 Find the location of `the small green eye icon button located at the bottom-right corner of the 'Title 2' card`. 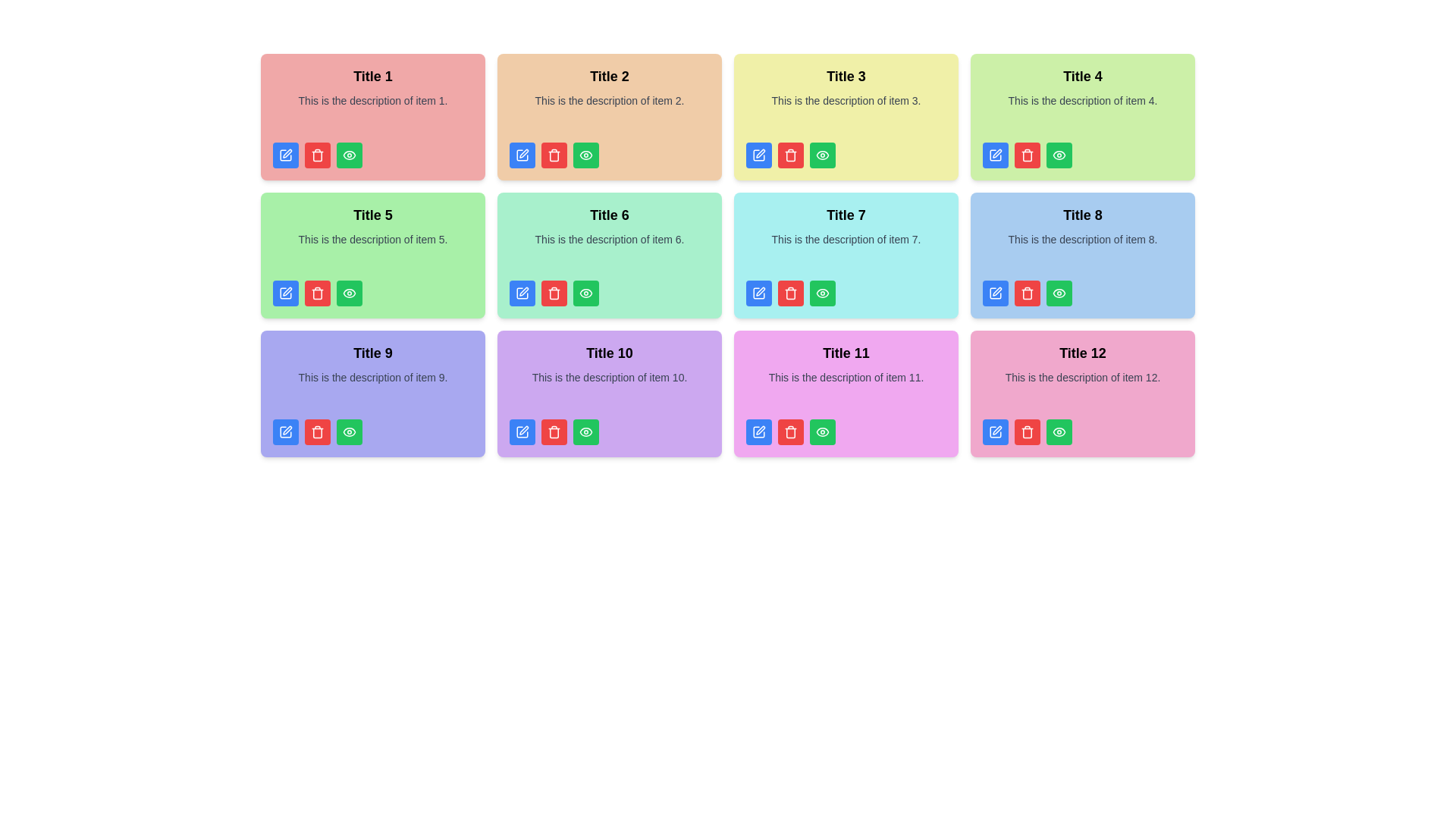

the small green eye icon button located at the bottom-right corner of the 'Title 2' card is located at coordinates (585, 155).